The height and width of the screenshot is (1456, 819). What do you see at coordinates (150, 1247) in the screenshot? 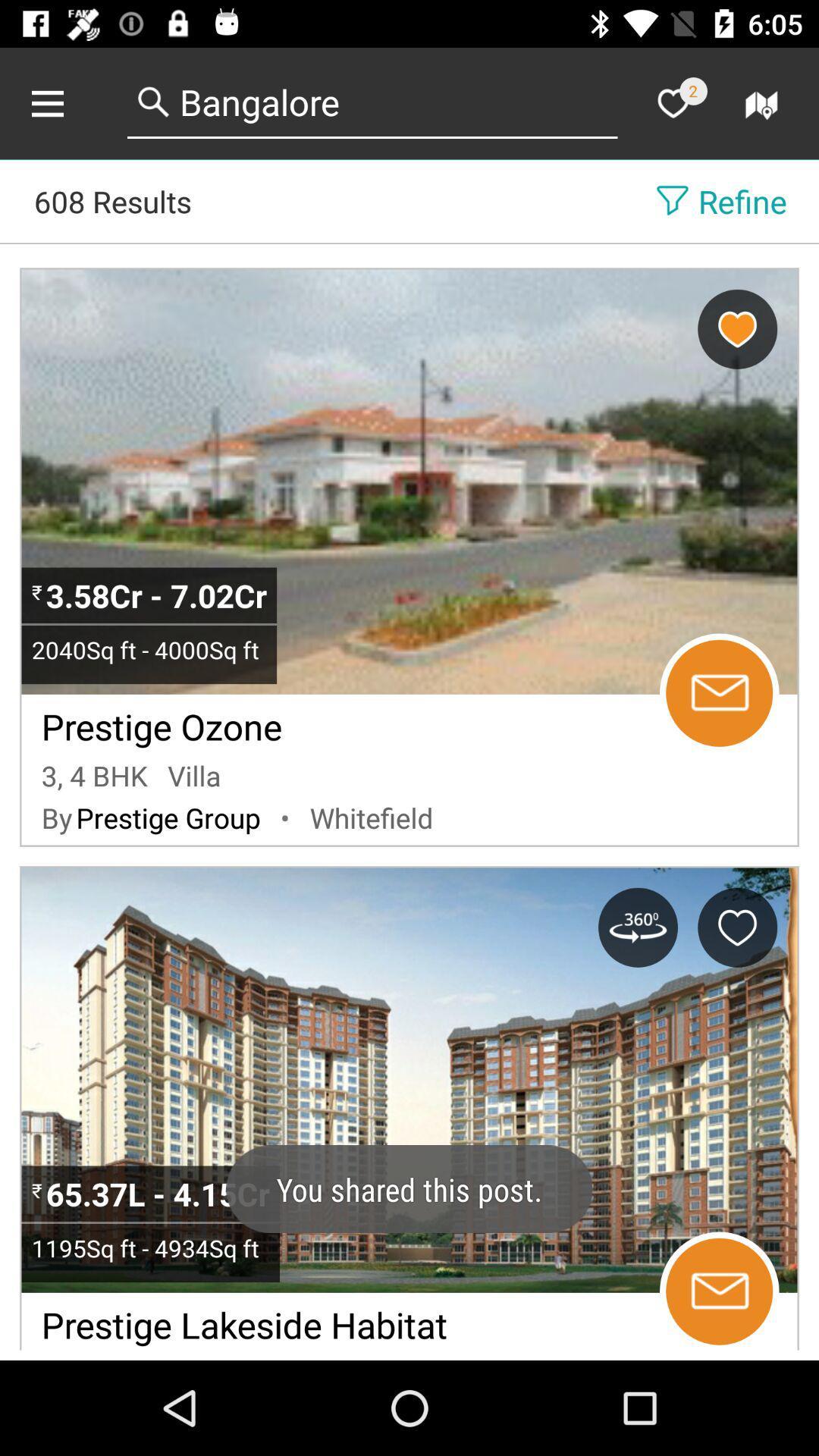
I see `icon above the prestige lakeside habitat item` at bounding box center [150, 1247].